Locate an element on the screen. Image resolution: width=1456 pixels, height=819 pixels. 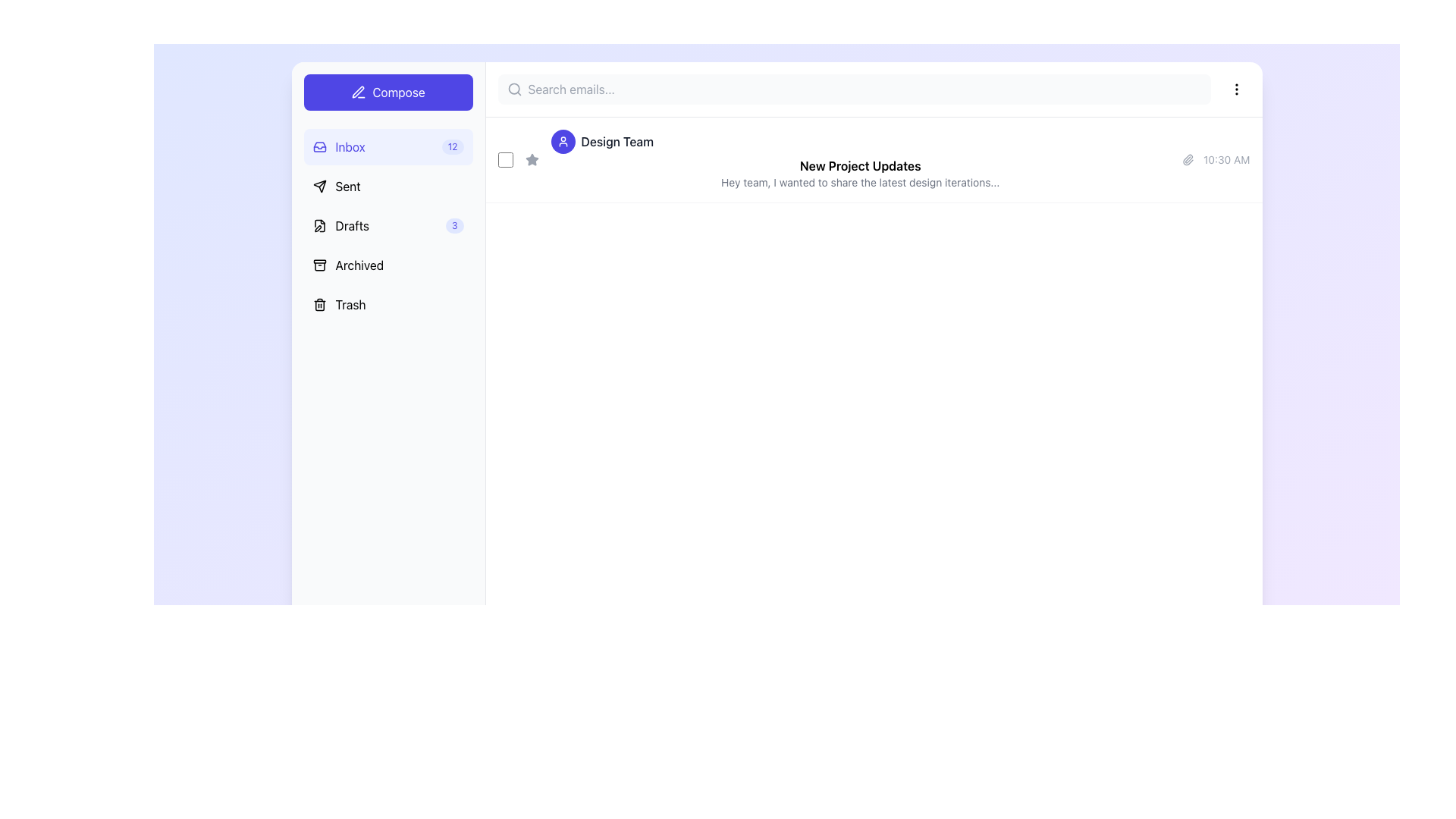
the 'Drafts' label in the sidebar, which is positioned under 'Sent' and above 'Archived' is located at coordinates (351, 225).